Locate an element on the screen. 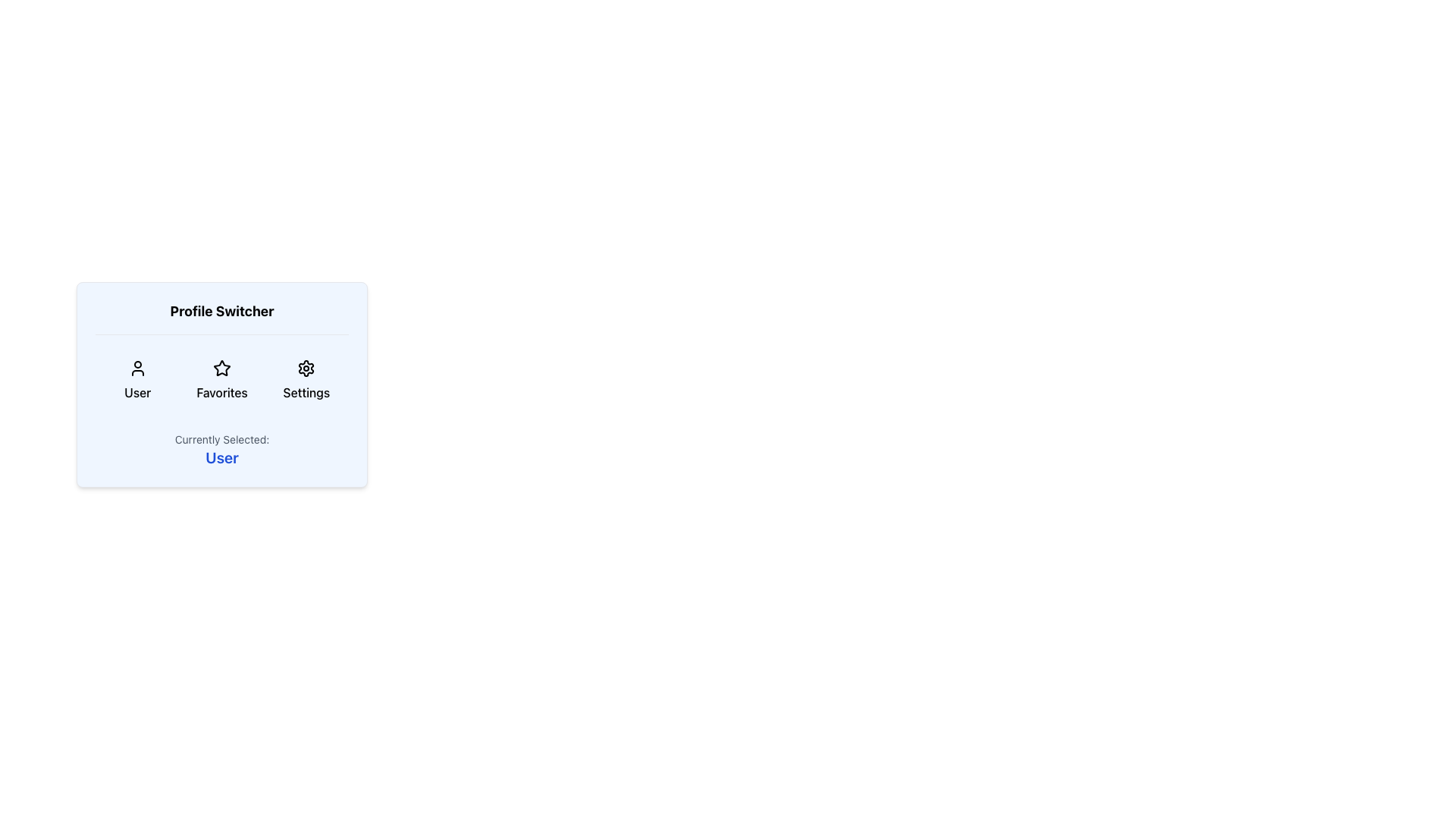  the static text element reading 'Currently Selected:' which is positioned centrally above the text 'User' in the user profile management options box is located at coordinates (221, 439).